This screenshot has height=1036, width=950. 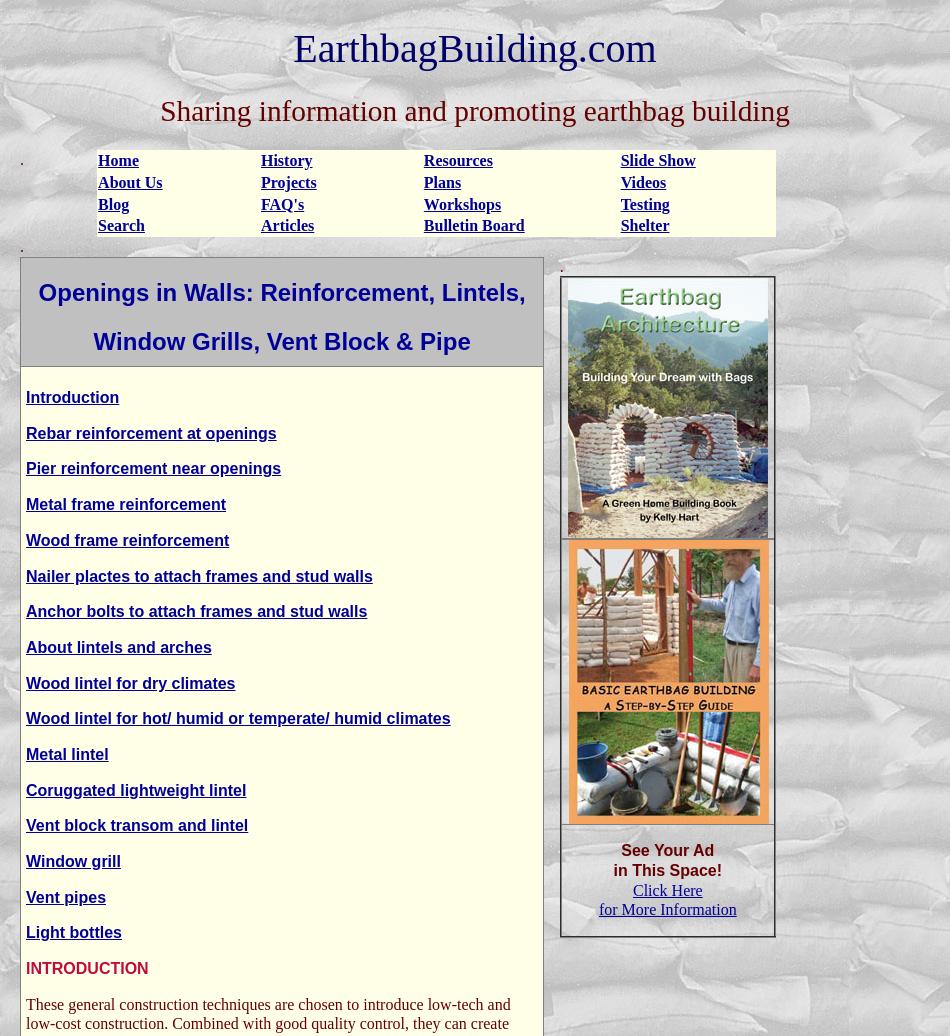 What do you see at coordinates (26, 861) in the screenshot?
I see `'Window grill'` at bounding box center [26, 861].